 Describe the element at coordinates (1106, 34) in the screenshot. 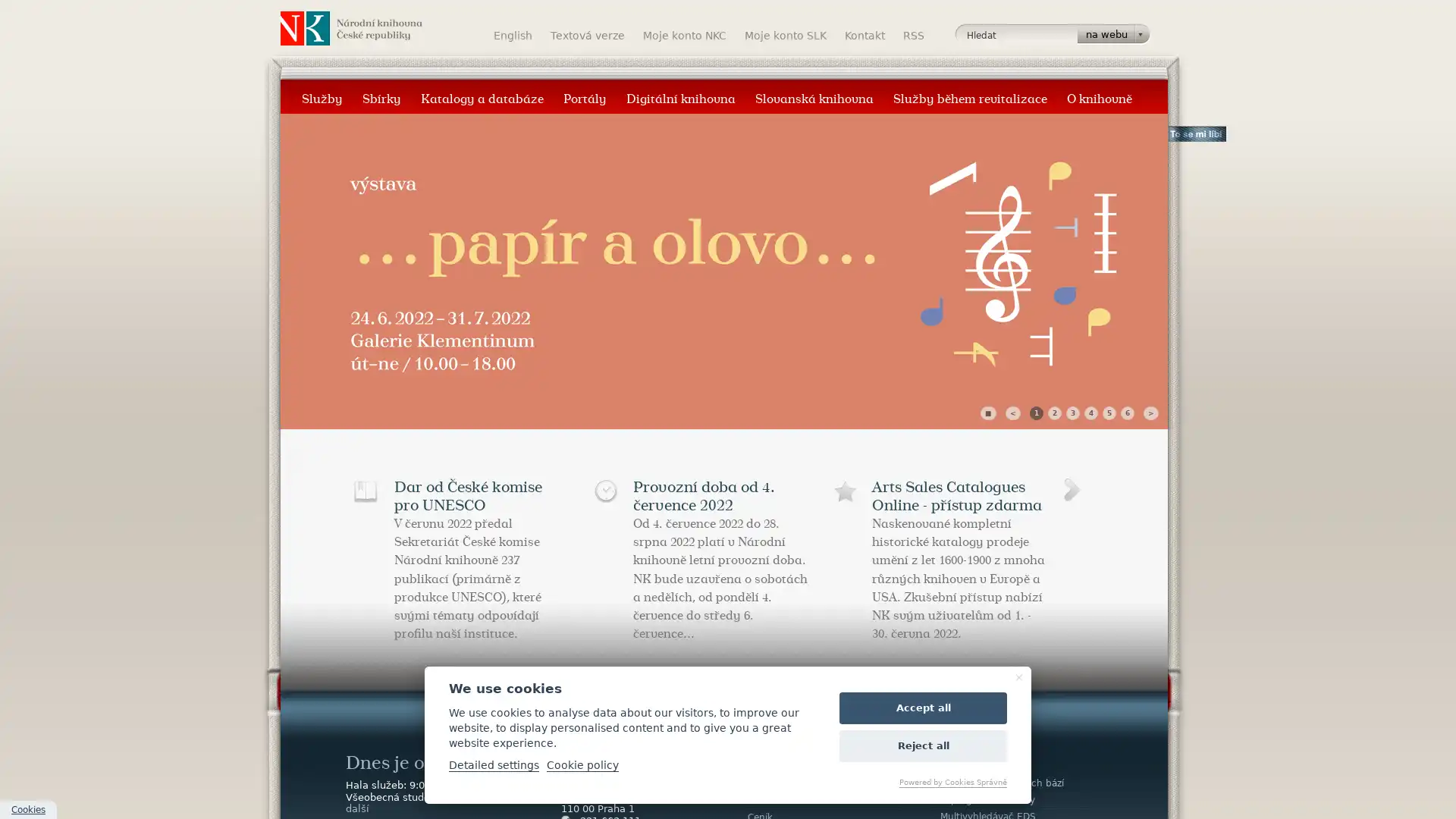

I see `na webu` at that location.